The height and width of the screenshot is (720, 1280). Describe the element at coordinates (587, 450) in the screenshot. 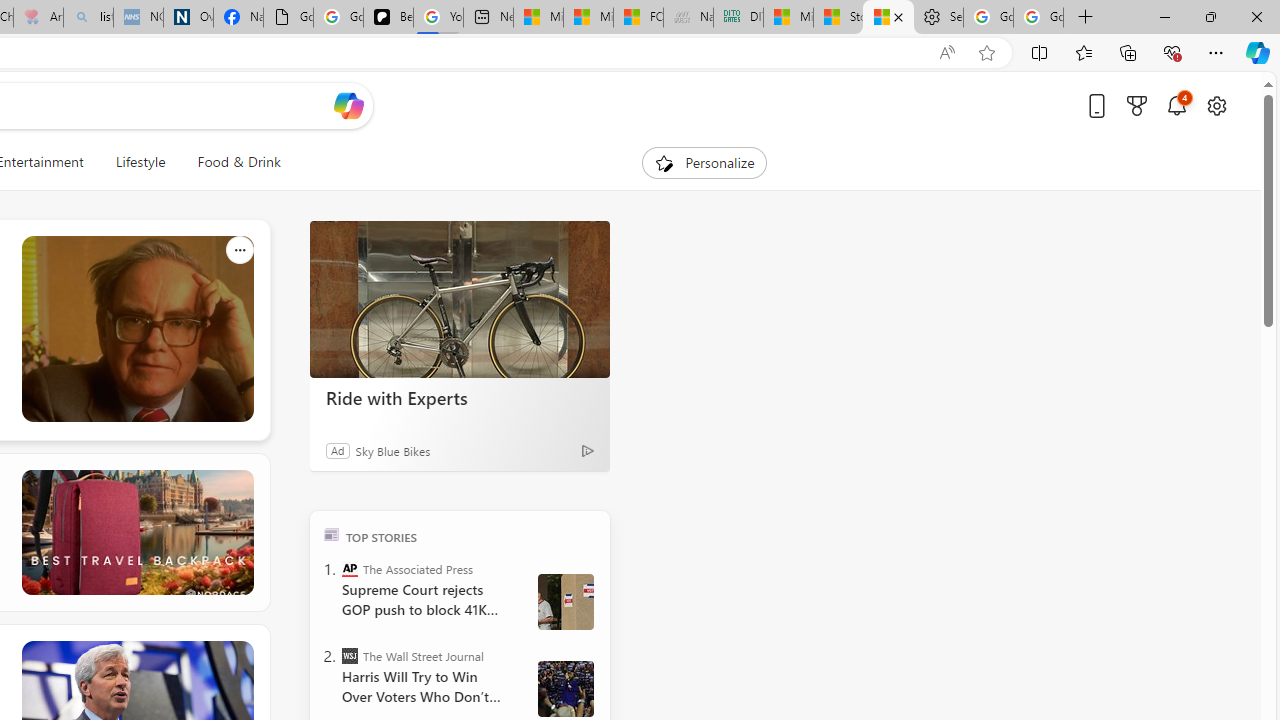

I see `'Ad Choice'` at that location.